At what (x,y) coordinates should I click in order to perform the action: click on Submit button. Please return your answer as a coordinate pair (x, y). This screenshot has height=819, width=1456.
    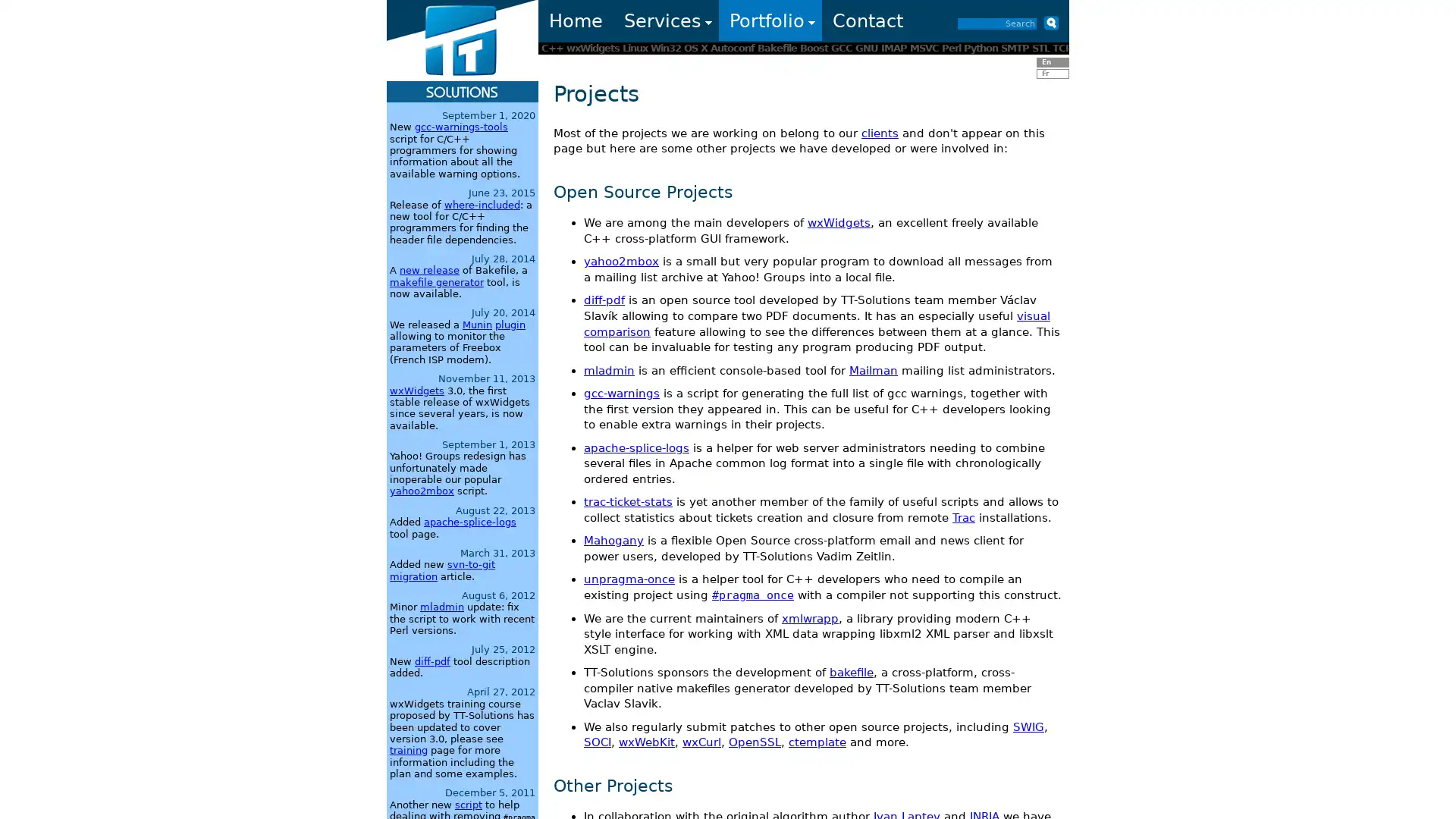
    Looking at the image, I should click on (1050, 23).